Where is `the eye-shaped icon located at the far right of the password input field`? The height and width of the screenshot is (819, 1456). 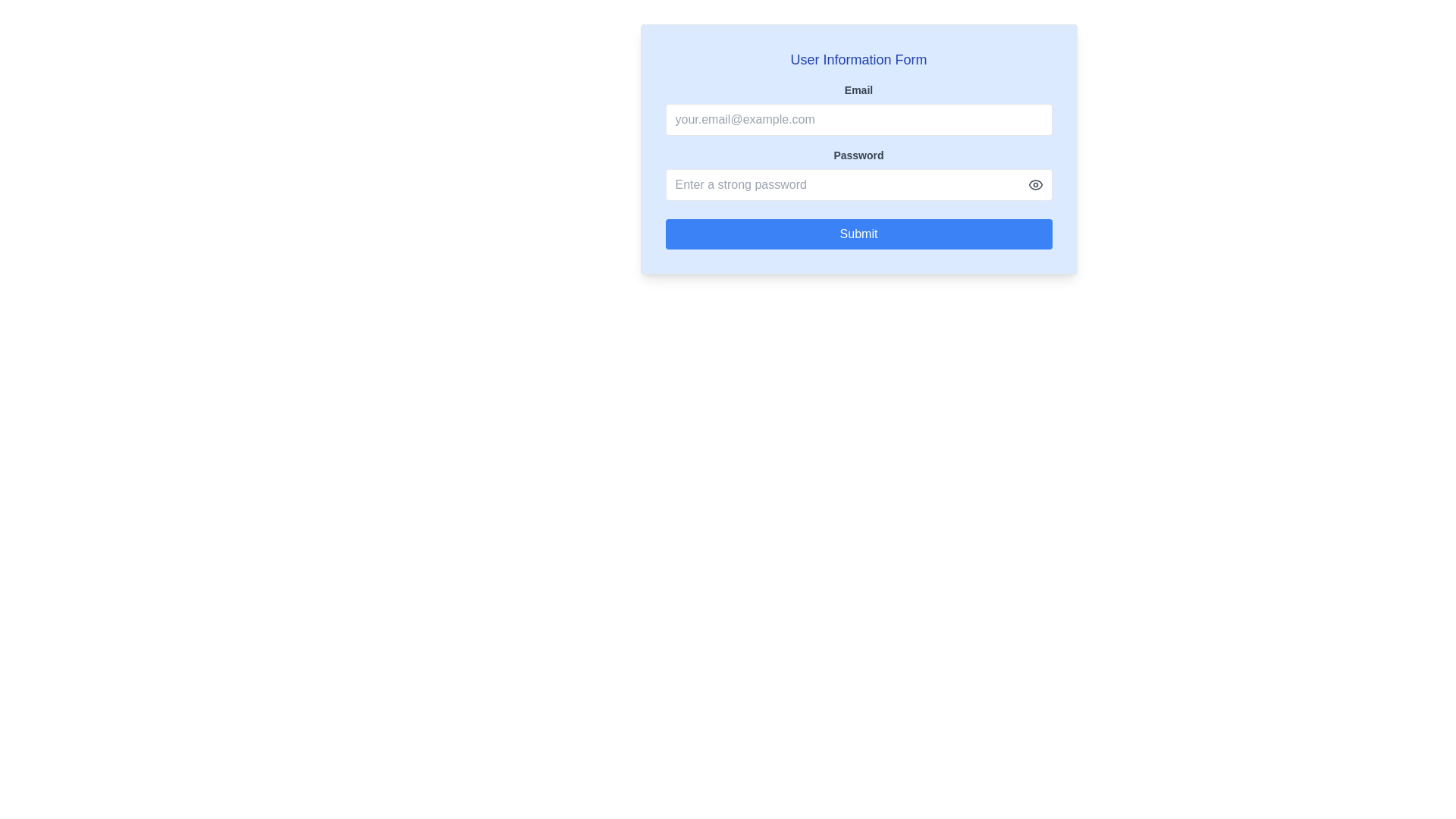 the eye-shaped icon located at the far right of the password input field is located at coordinates (1034, 184).